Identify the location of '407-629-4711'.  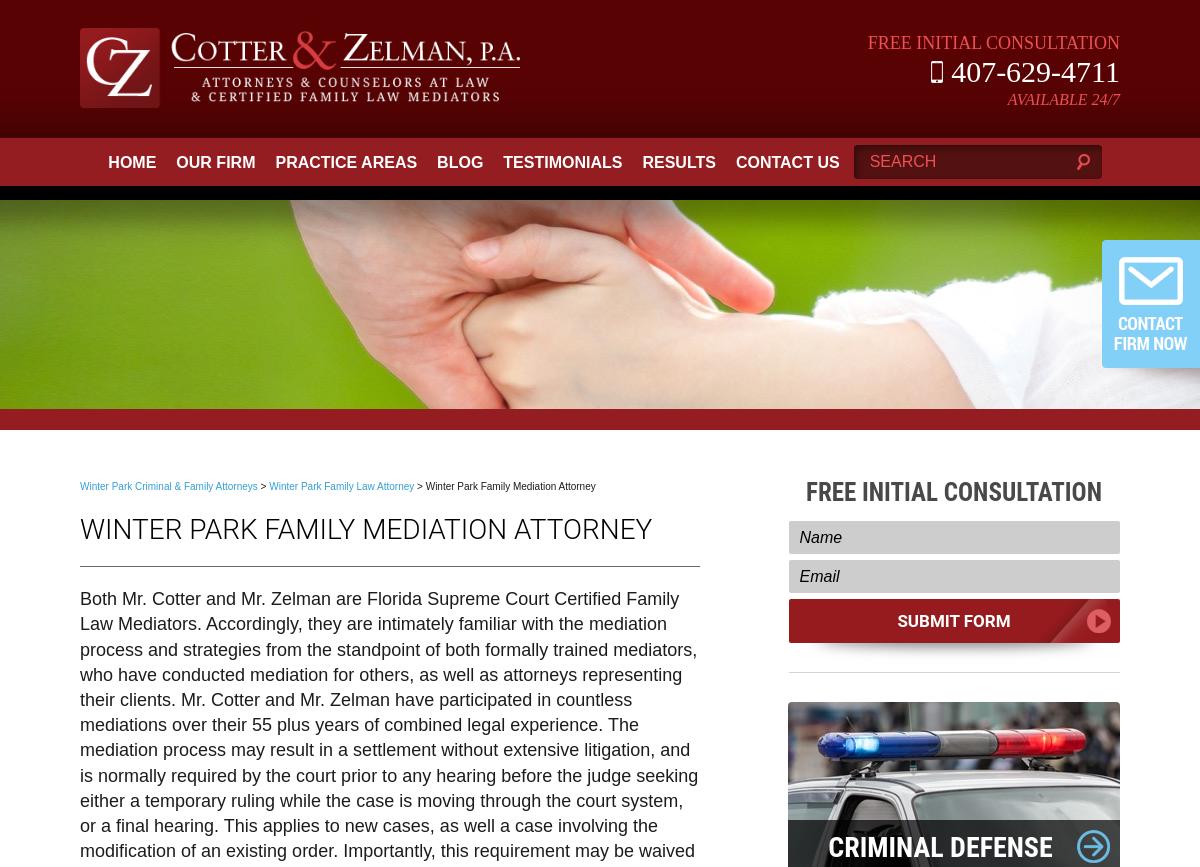
(1035, 77).